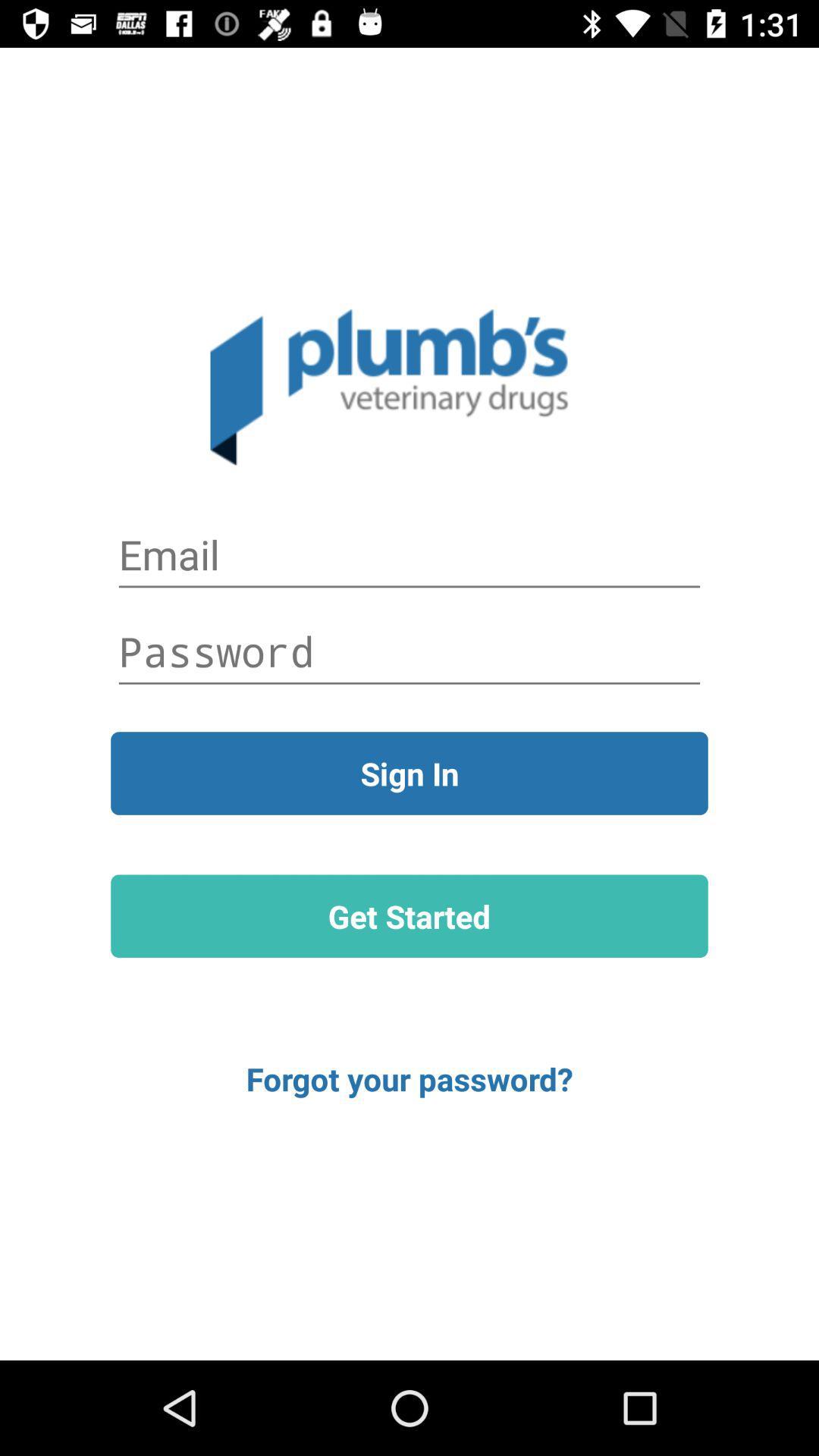 The height and width of the screenshot is (1456, 819). I want to click on icon below the sign in icon, so click(409, 915).